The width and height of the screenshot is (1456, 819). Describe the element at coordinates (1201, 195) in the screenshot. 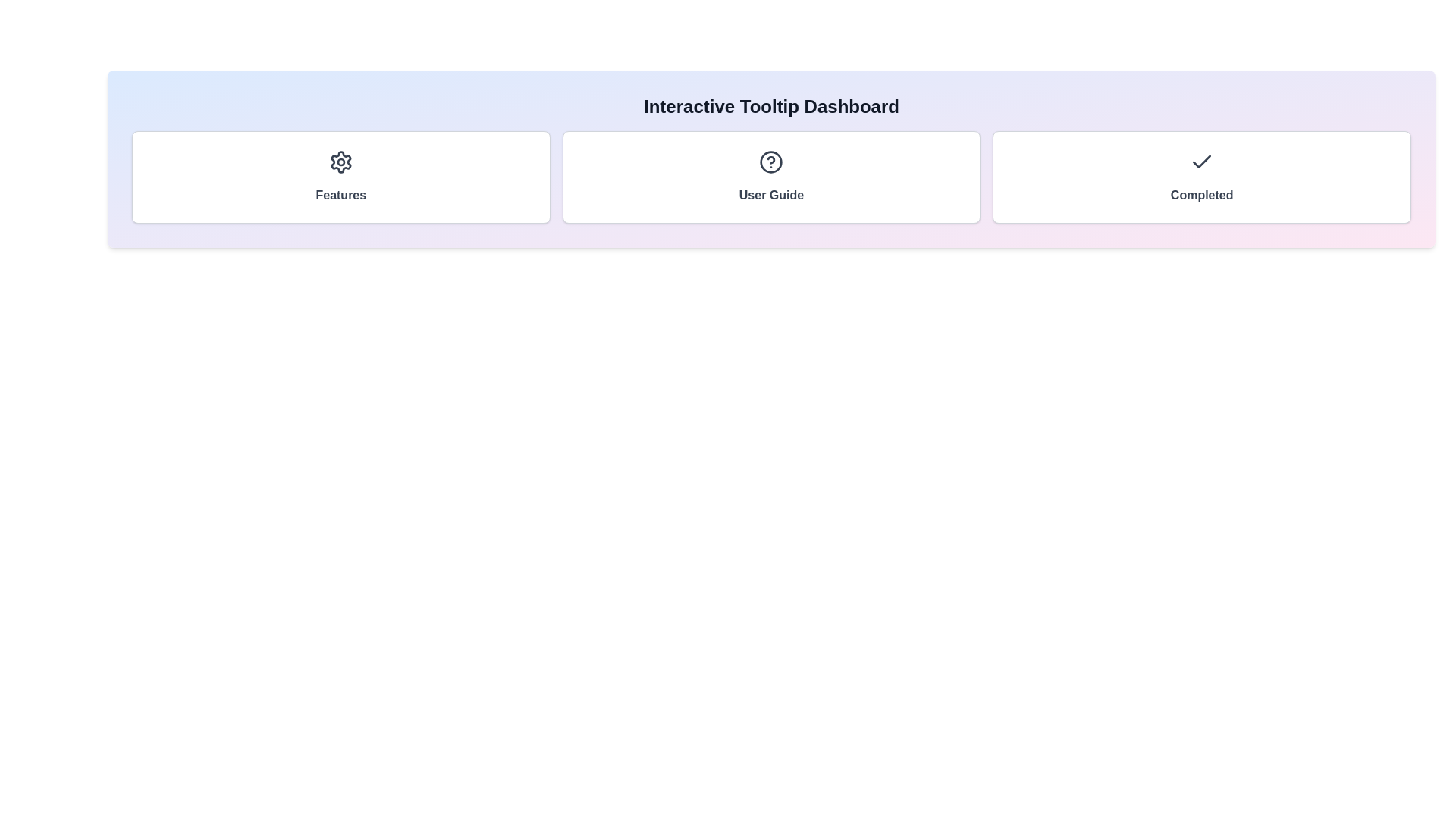

I see `text 'Completed' from the status indicator Text Label located at the bottom center of the card on the rightmost side of the row in the Interactive Tooltip Dashboard` at that location.